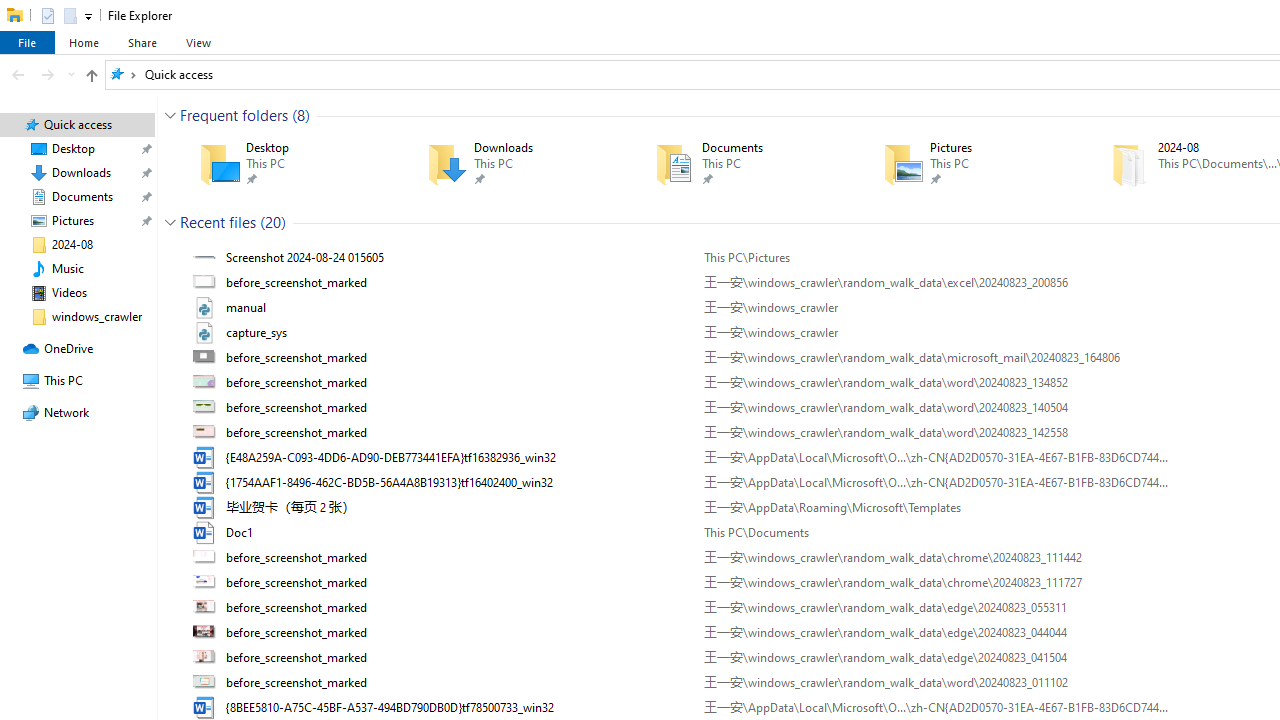 The height and width of the screenshot is (720, 1280). Describe the element at coordinates (90, 74) in the screenshot. I see `'Up to "Desktop" (Alt + Up Arrow)'` at that location.